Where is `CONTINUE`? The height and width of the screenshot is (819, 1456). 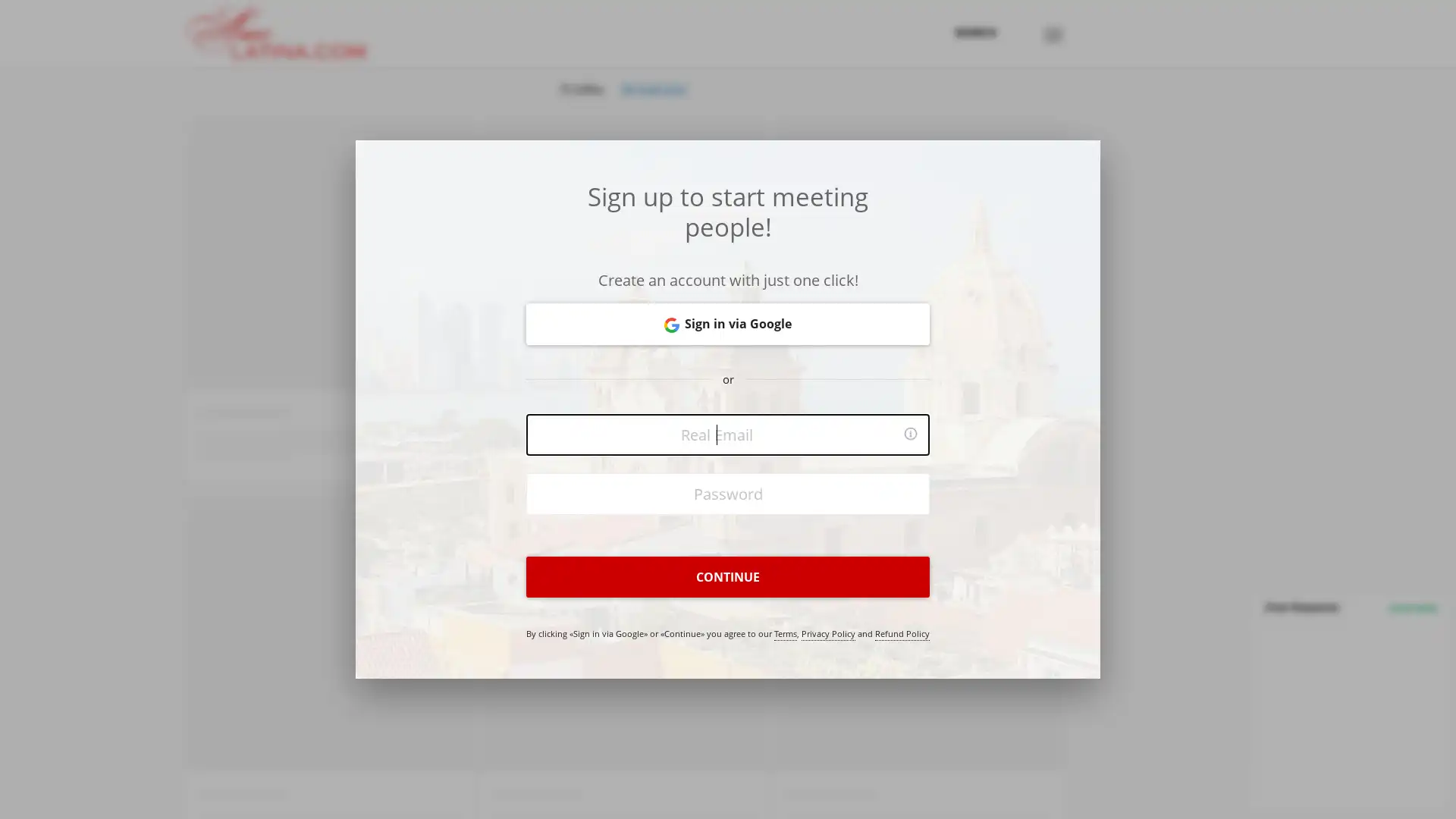 CONTINUE is located at coordinates (728, 576).